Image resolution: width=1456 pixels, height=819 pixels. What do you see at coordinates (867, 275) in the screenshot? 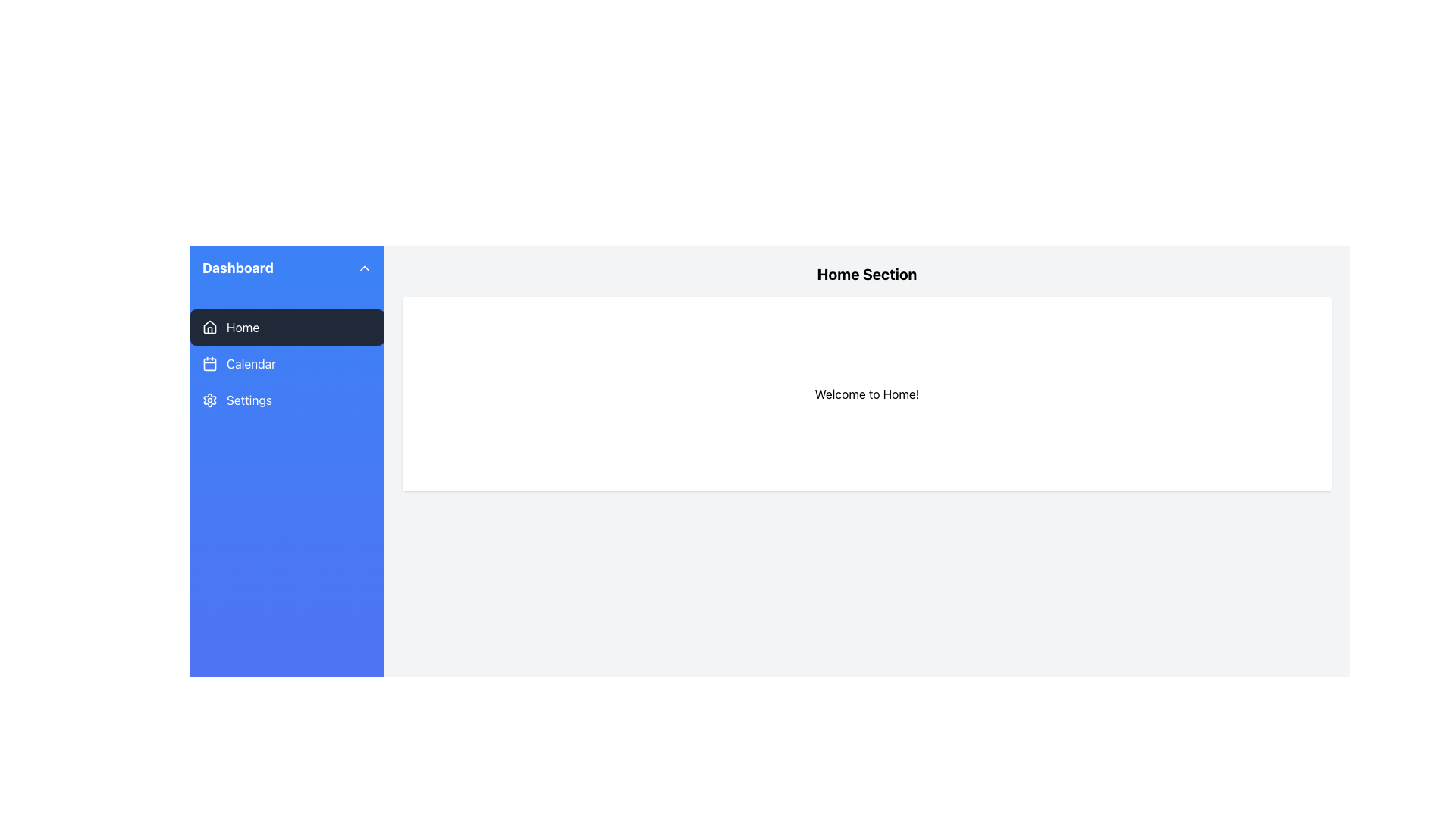
I see `the Home section heading text label` at bounding box center [867, 275].